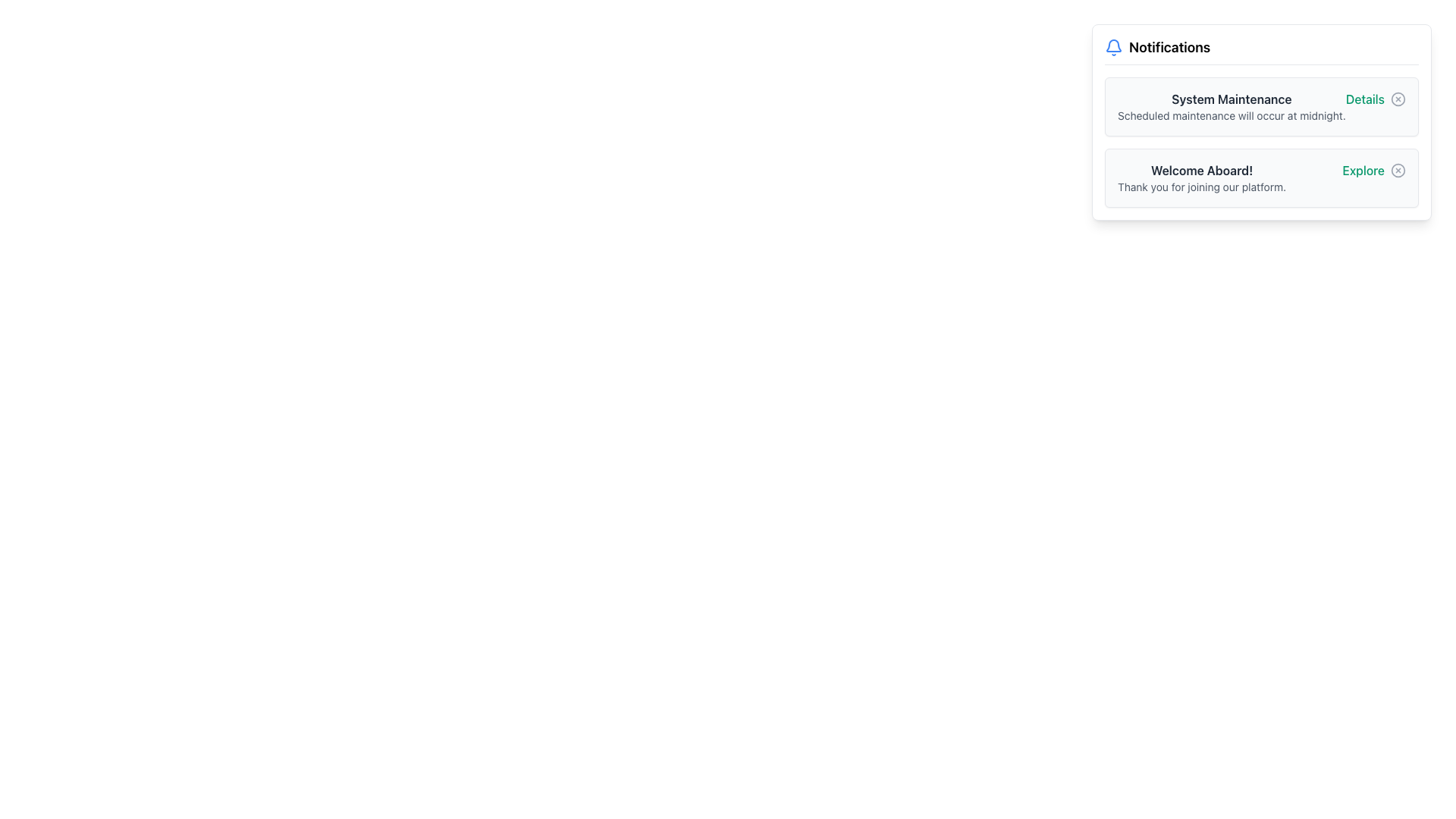  What do you see at coordinates (1232, 106) in the screenshot?
I see `the 'System Maintenance' text block located in the top notification card of the notification panel, which includes the title and description` at bounding box center [1232, 106].